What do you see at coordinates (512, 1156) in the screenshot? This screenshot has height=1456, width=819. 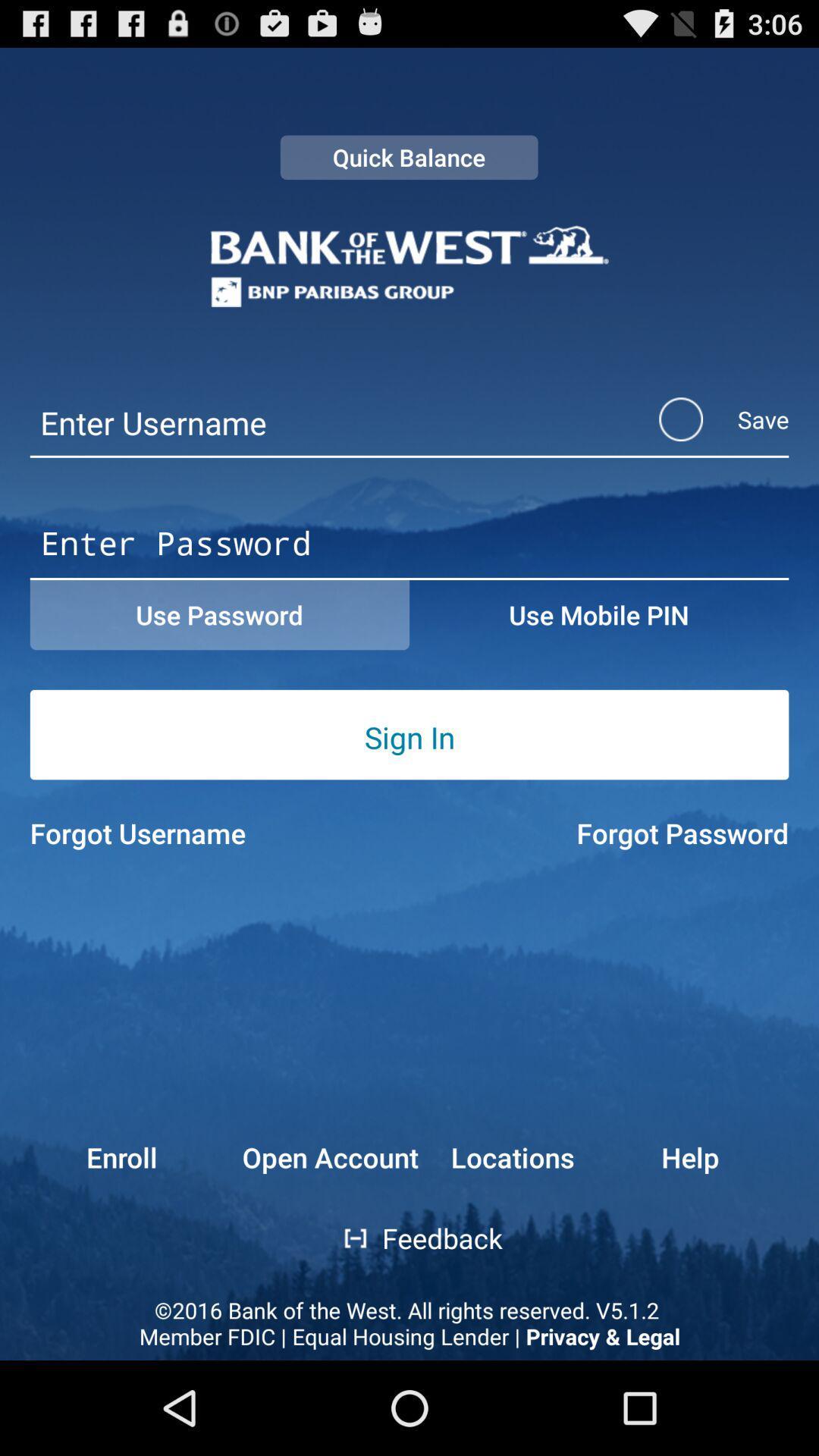 I see `button next to the open account icon` at bounding box center [512, 1156].